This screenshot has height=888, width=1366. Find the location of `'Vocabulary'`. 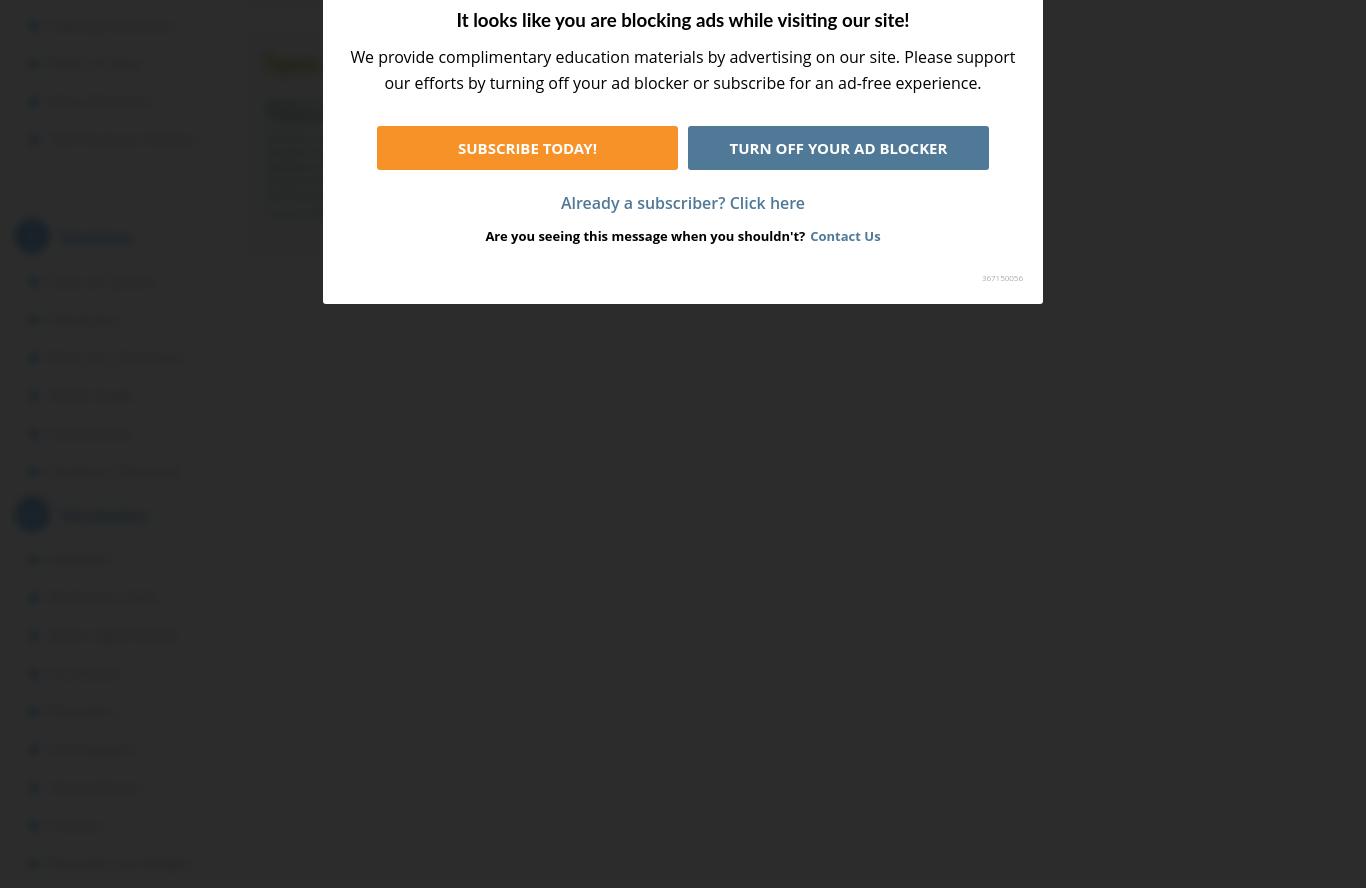

'Vocabulary' is located at coordinates (104, 515).